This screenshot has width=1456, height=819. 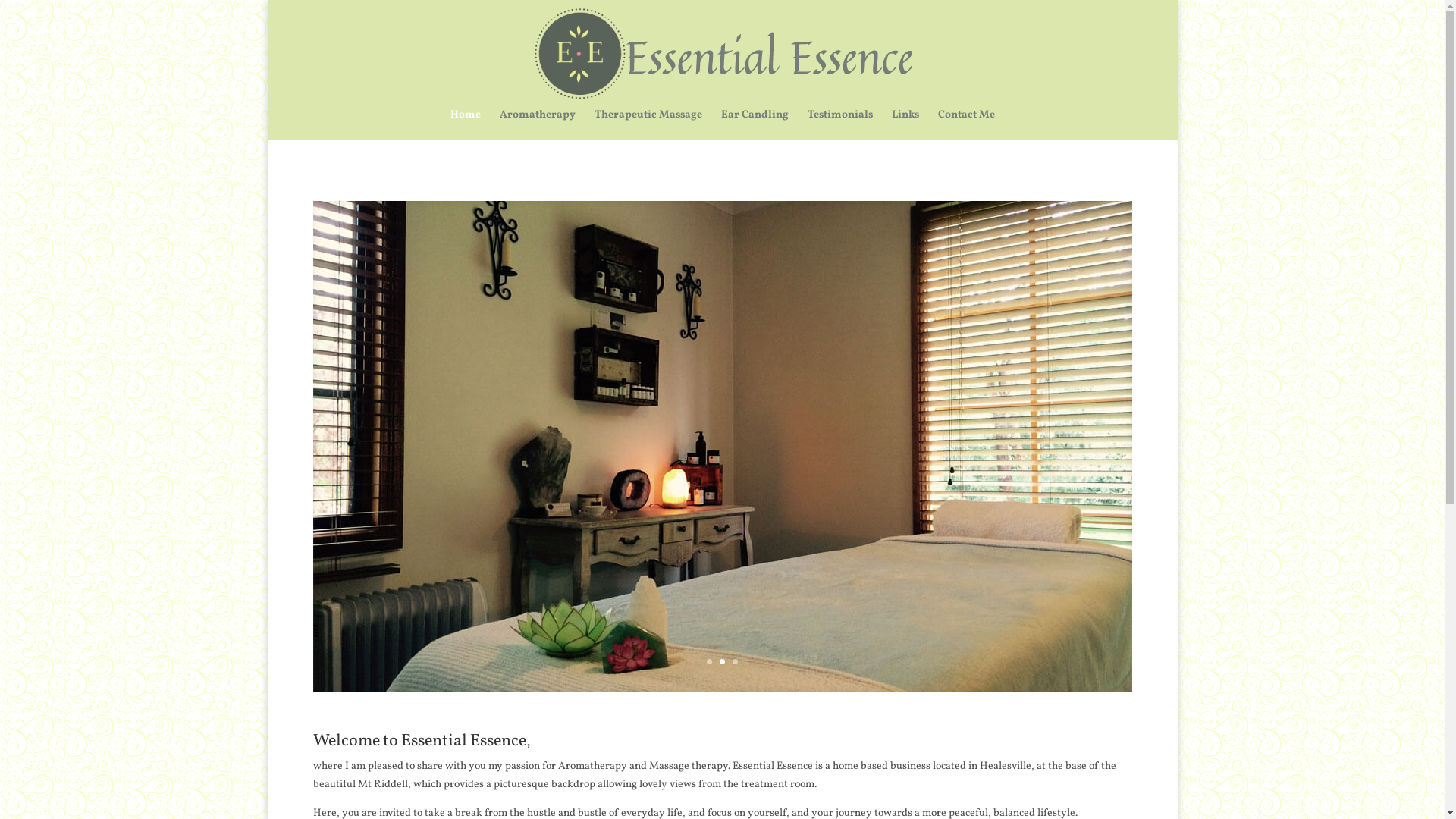 What do you see at coordinates (708, 661) in the screenshot?
I see `'1'` at bounding box center [708, 661].